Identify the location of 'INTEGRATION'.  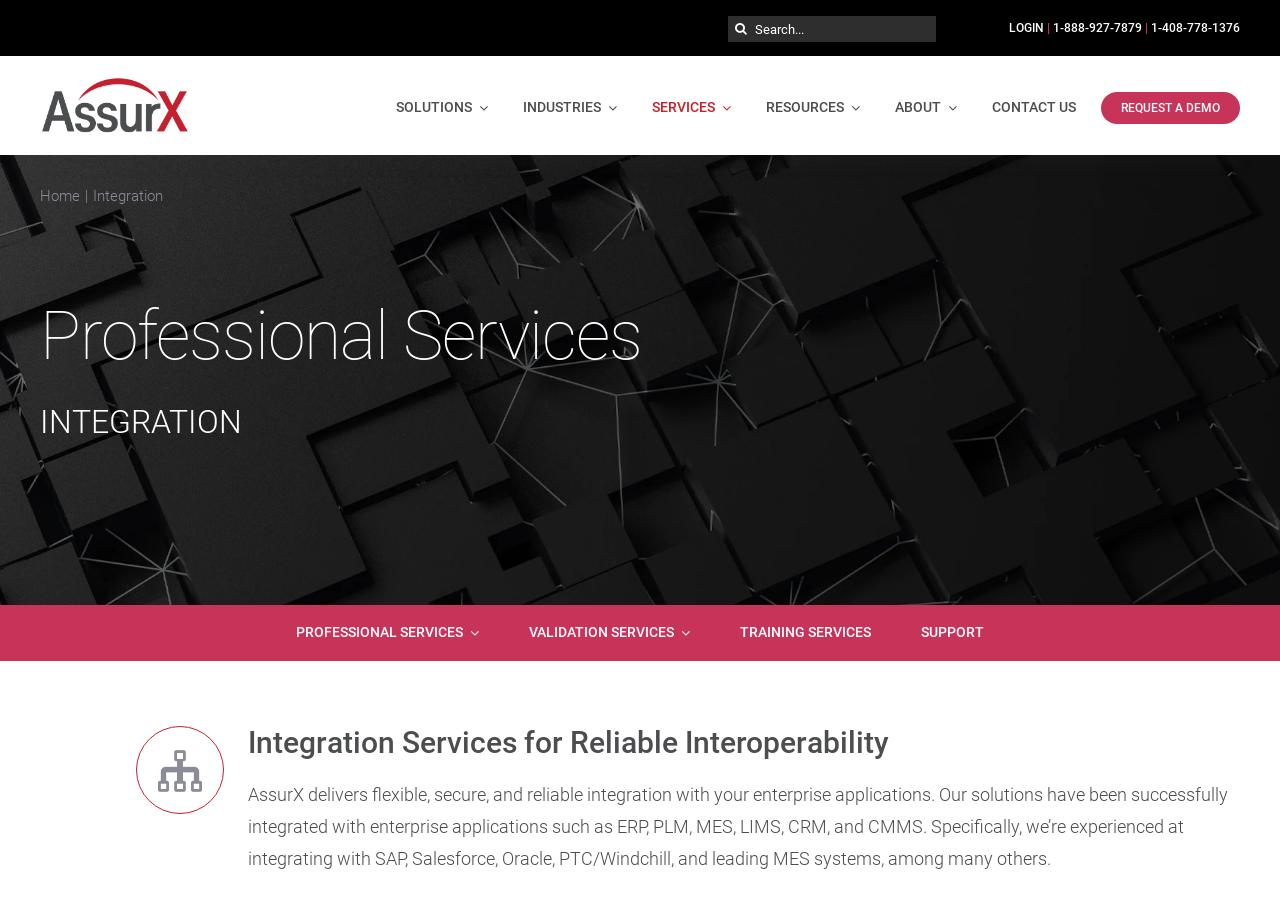
(139, 421).